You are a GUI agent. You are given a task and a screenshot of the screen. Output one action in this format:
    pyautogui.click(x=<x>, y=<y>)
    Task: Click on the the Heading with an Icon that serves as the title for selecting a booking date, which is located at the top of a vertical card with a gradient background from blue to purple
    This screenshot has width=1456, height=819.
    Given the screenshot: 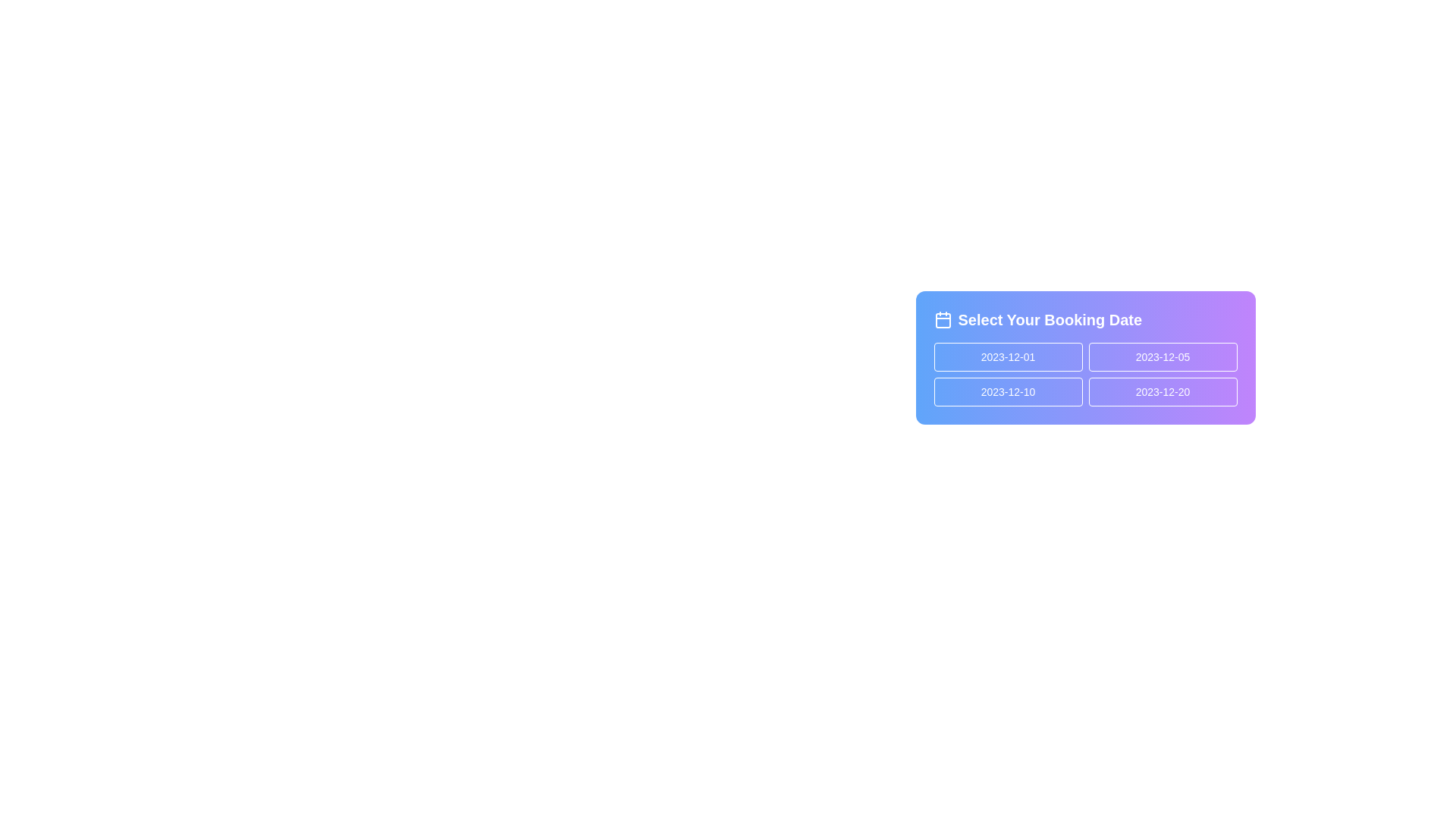 What is the action you would take?
    pyautogui.click(x=1084, y=318)
    